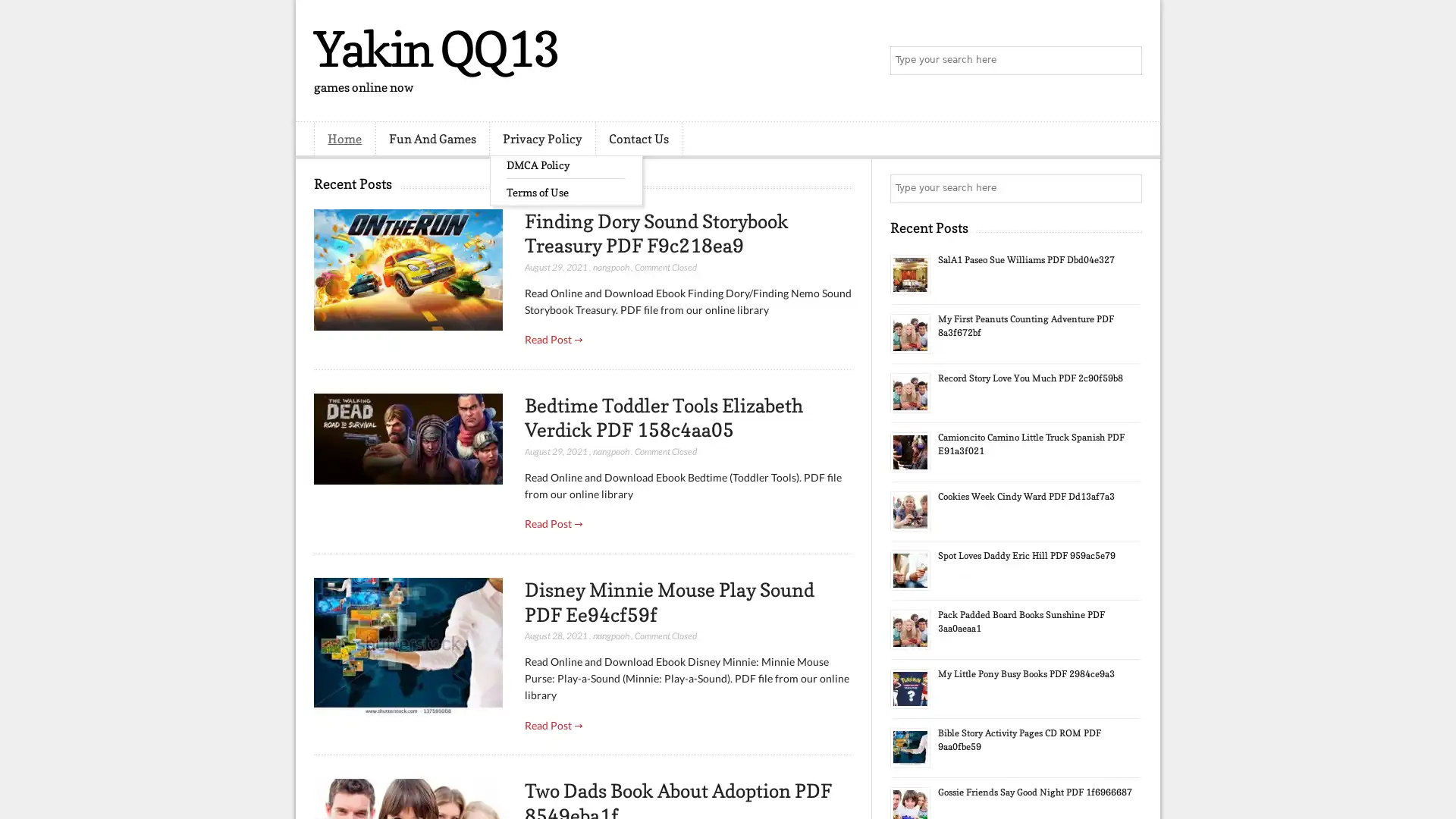 The image size is (1456, 819). Describe the element at coordinates (1126, 188) in the screenshot. I see `Search` at that location.